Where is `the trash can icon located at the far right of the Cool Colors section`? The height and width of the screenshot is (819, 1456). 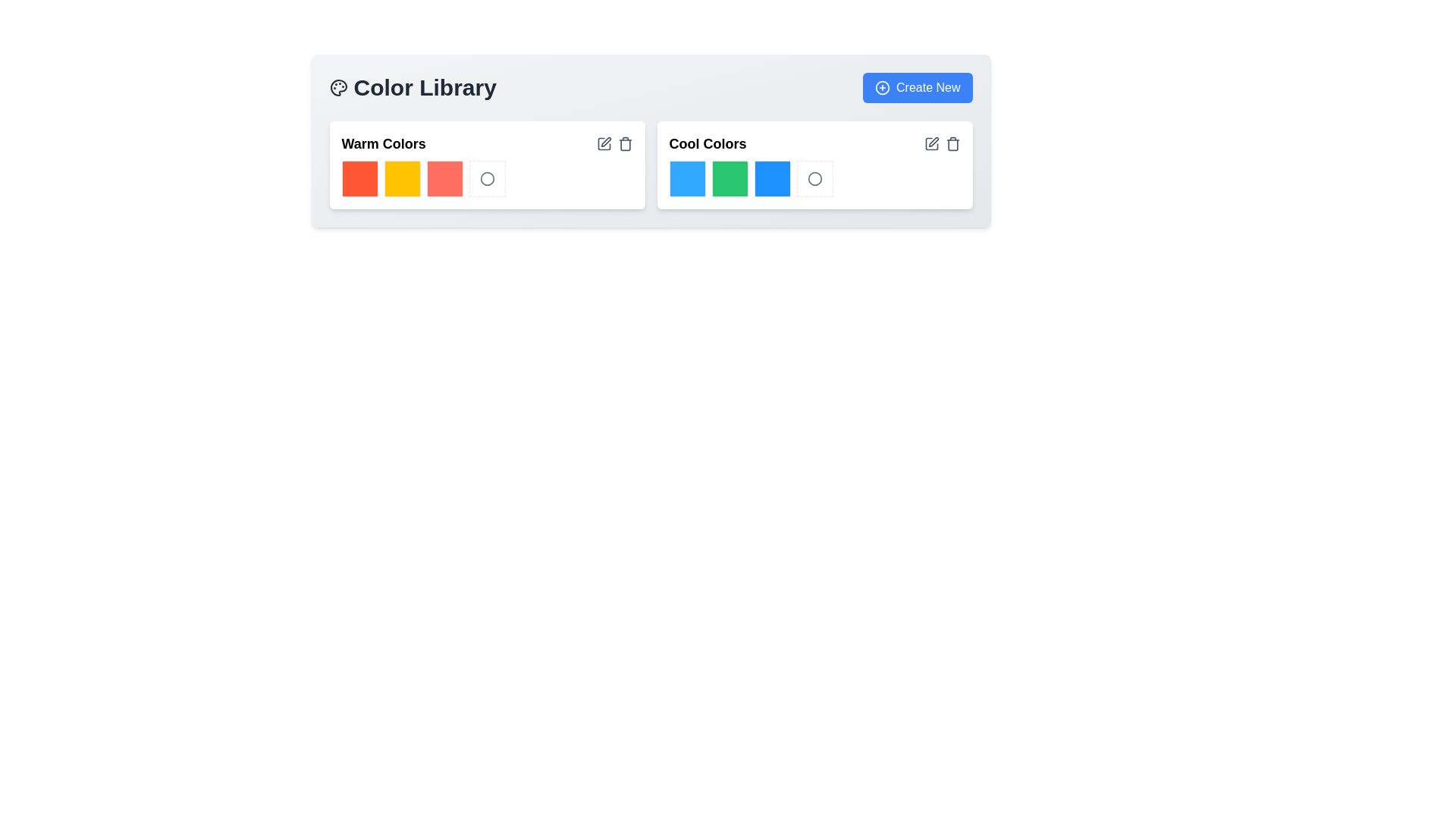
the trash can icon located at the far right of the Cool Colors section is located at coordinates (952, 143).